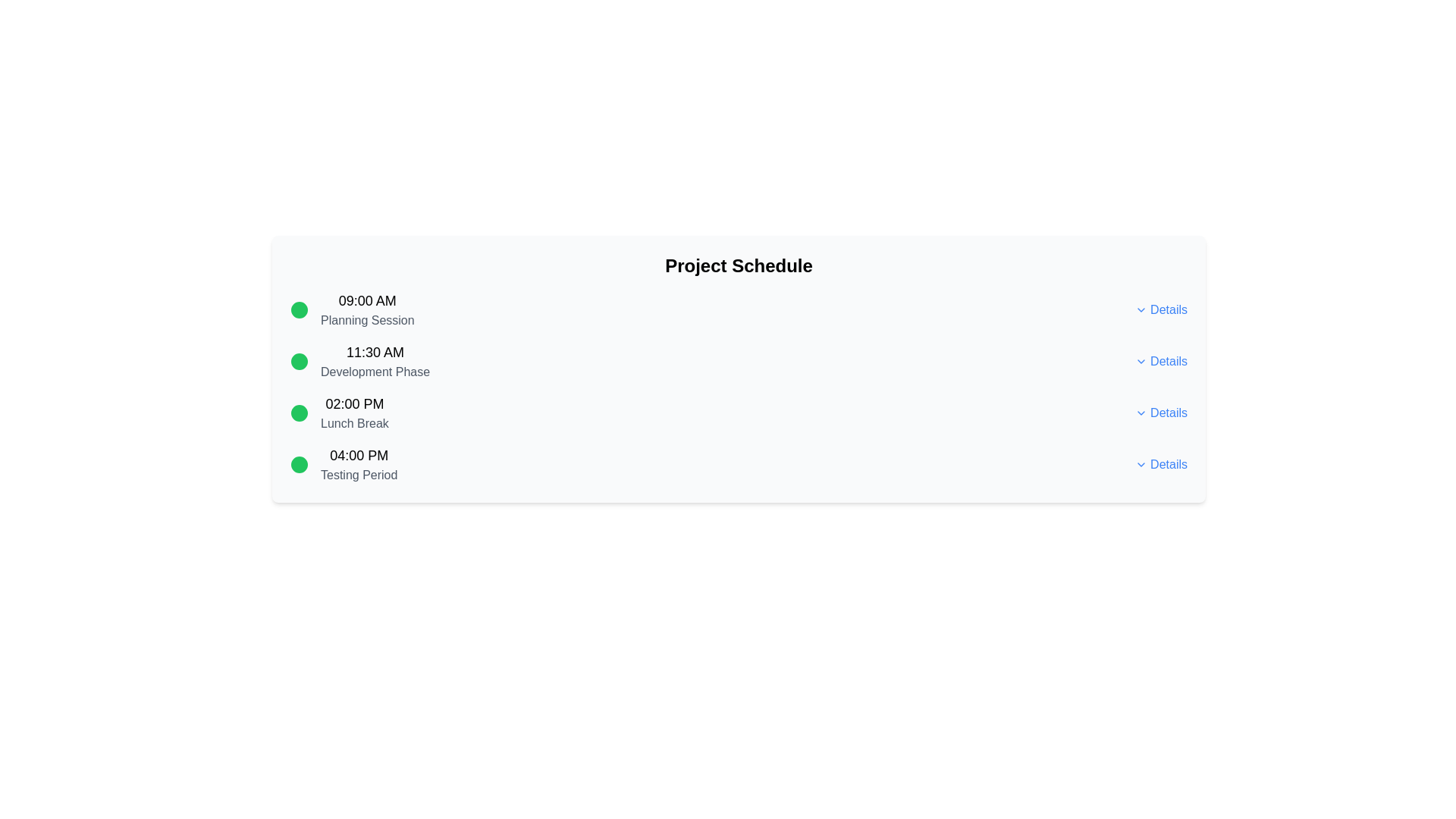 This screenshot has height=819, width=1456. Describe the element at coordinates (375, 353) in the screenshot. I see `the static text label displaying '11:30 AM' located in the 'Project Schedule' under the 'Development Phase' timeline entry` at that location.